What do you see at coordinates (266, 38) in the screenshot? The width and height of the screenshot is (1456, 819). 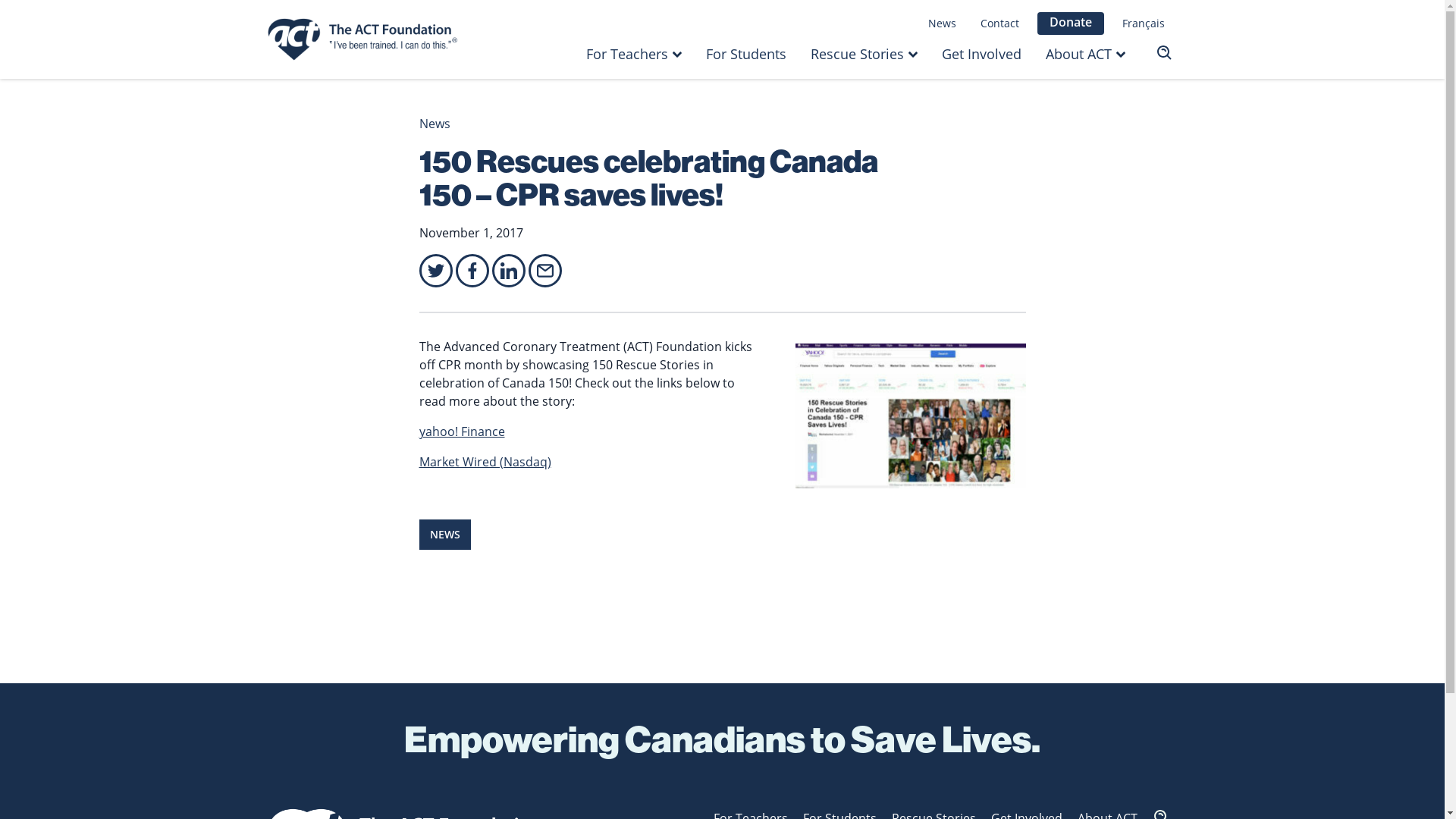 I see `'Homepage - The ACT Foundation'` at bounding box center [266, 38].